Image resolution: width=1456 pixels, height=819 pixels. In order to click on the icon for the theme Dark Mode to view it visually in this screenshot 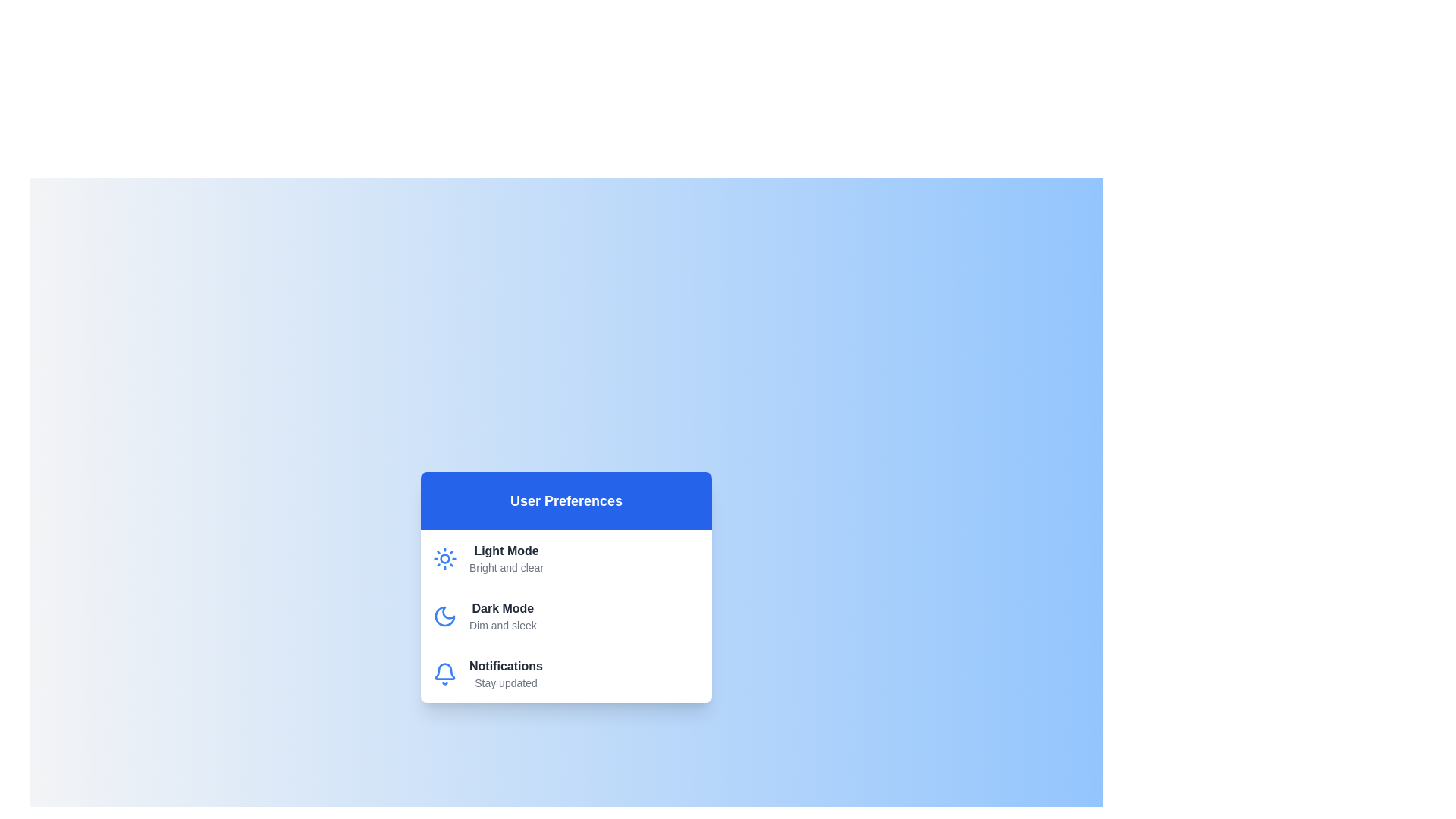, I will do `click(444, 617)`.